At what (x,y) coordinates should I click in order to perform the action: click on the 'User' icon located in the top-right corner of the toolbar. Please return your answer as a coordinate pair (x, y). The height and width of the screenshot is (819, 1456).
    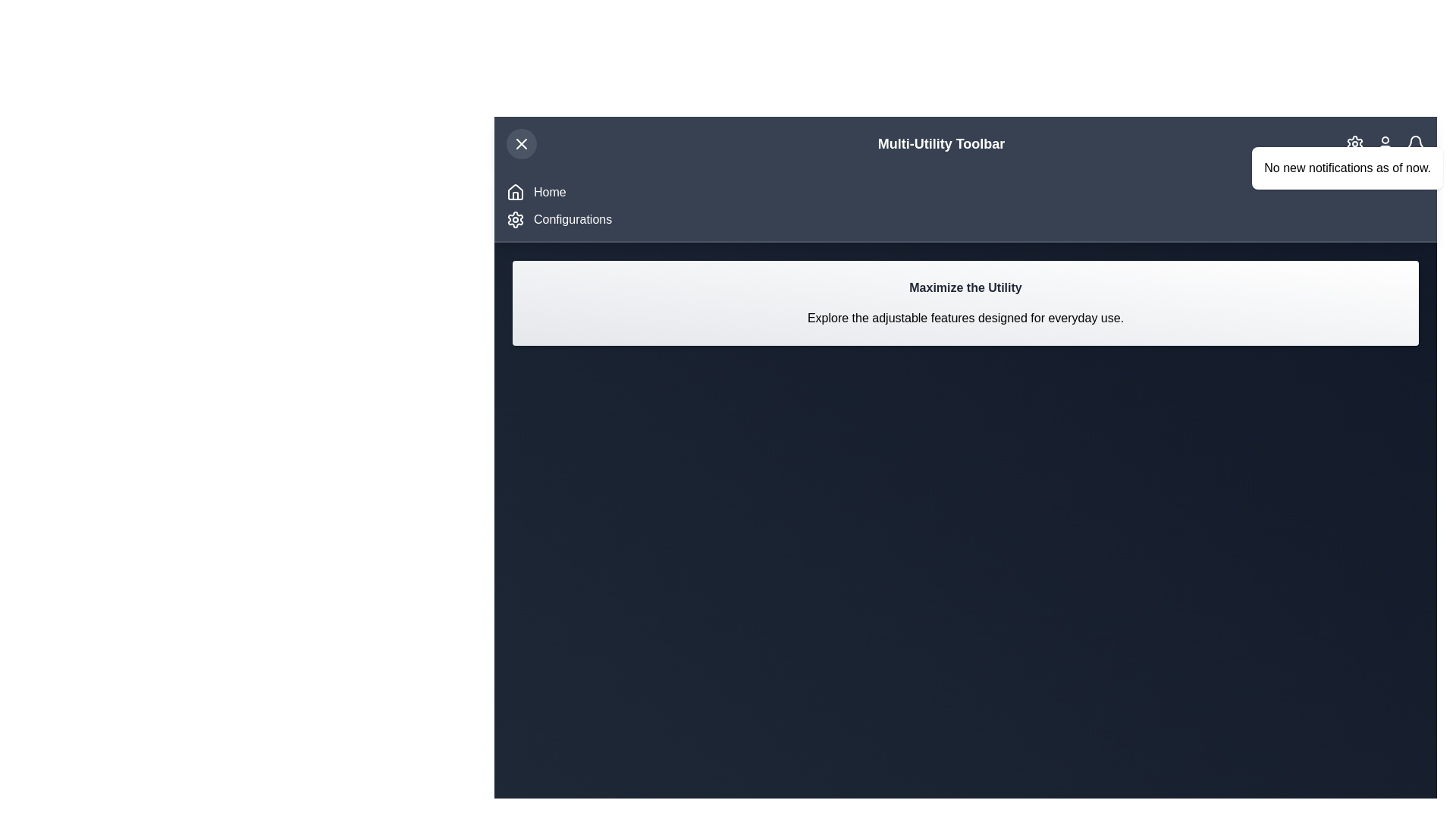
    Looking at the image, I should click on (1385, 143).